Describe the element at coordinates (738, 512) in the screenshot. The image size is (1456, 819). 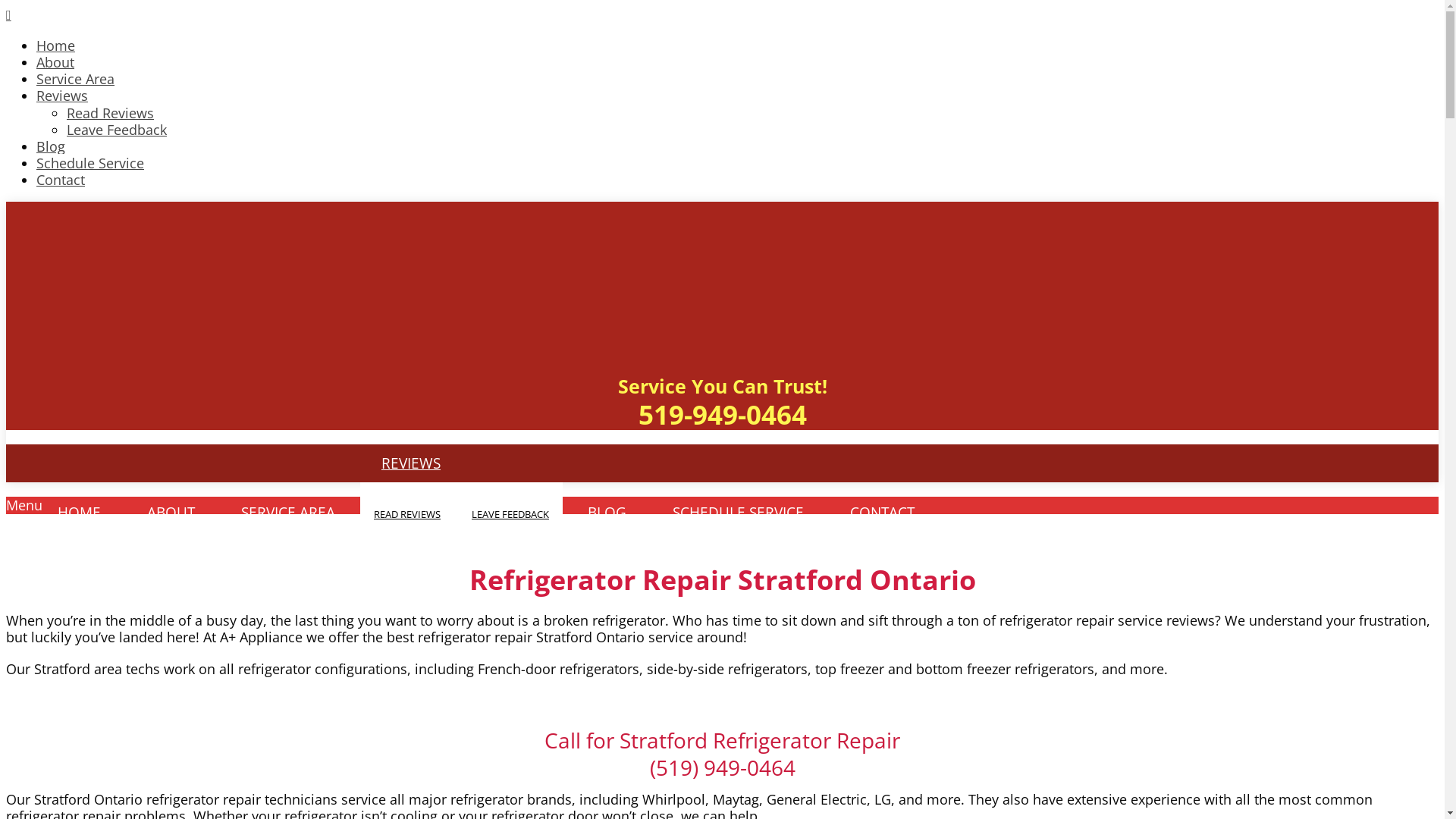
I see `'SCHEDULE SERVICE'` at that location.